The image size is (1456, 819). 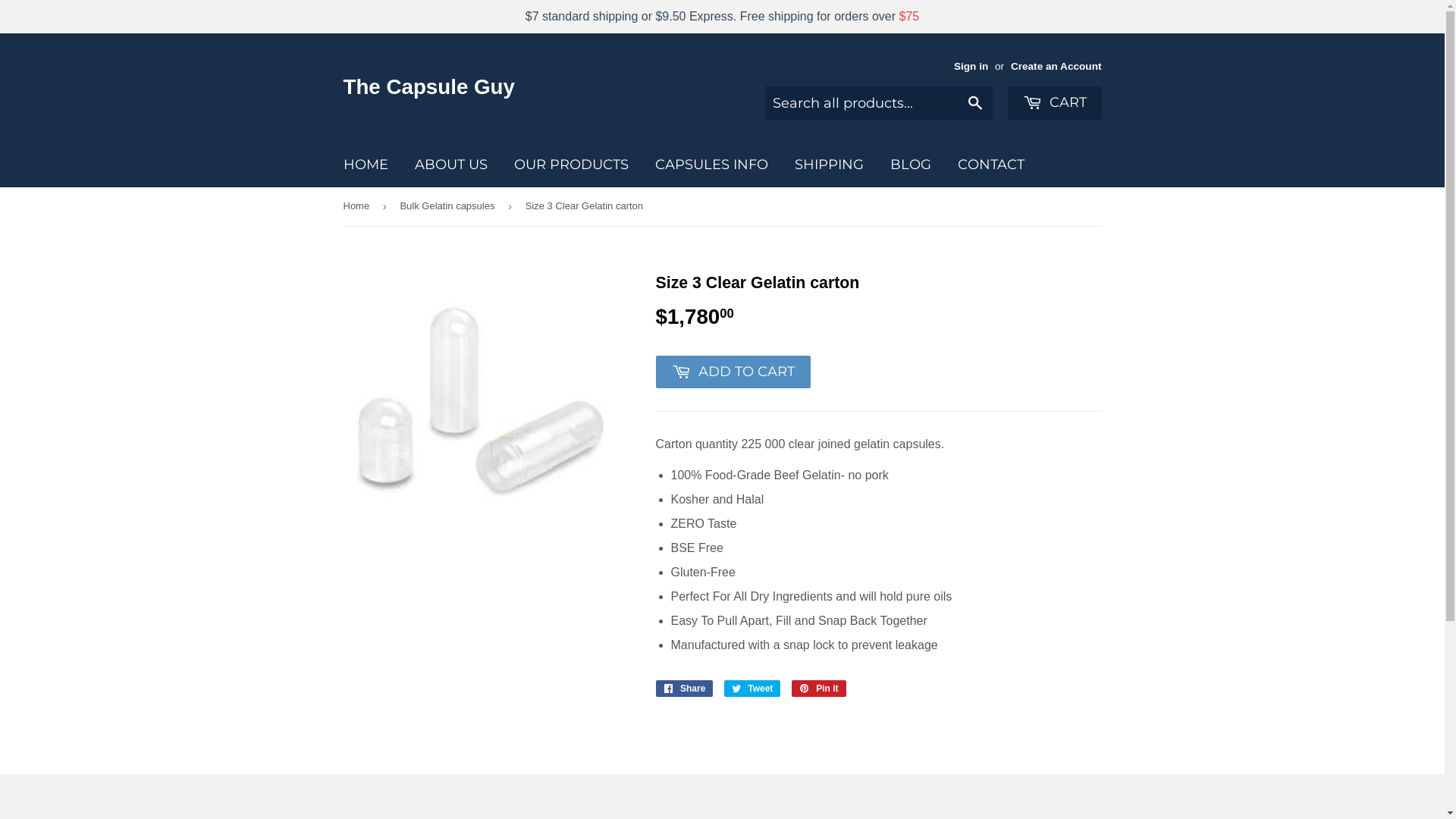 I want to click on 'Share, so click(x=683, y=688).